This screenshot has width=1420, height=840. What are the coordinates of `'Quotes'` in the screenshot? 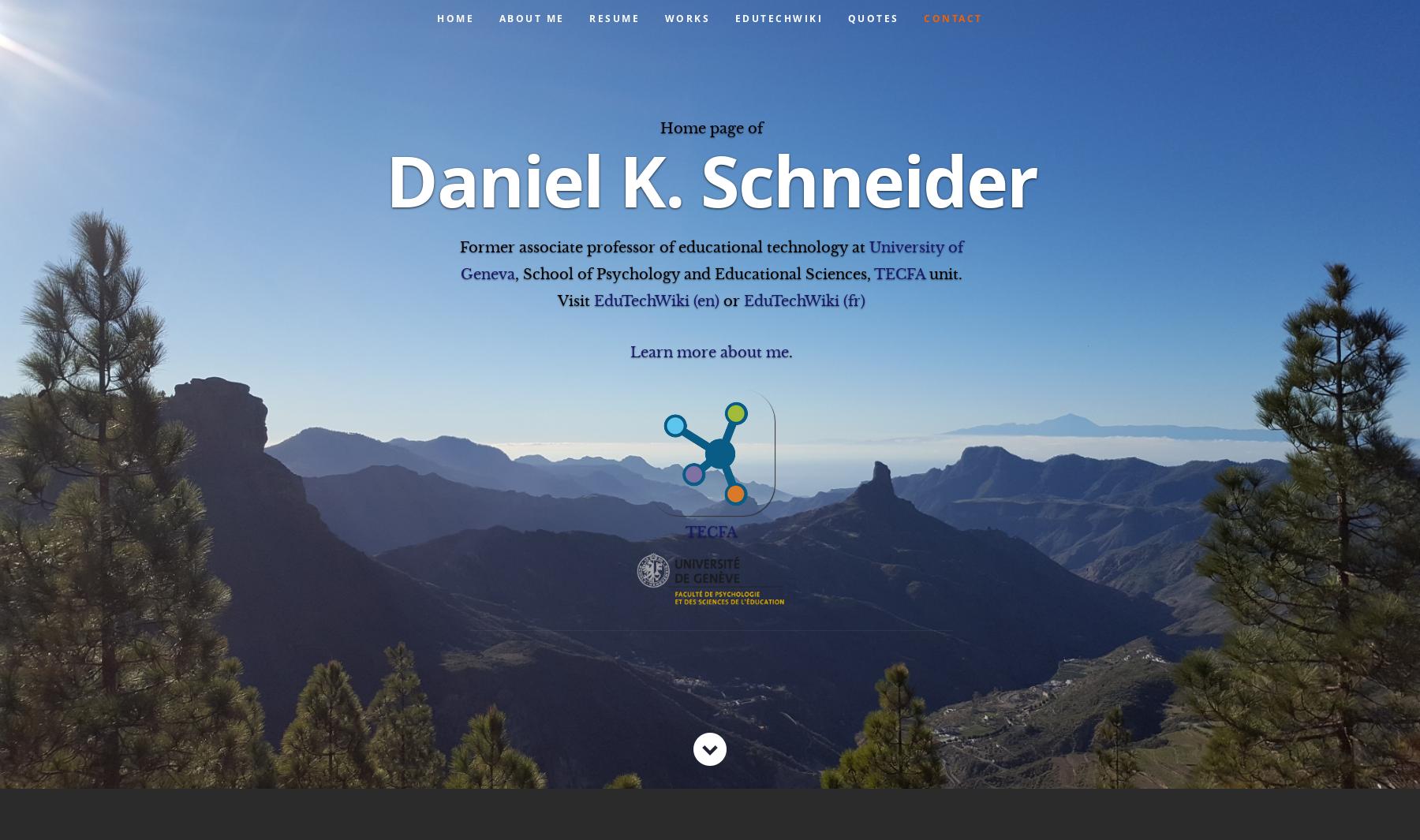 It's located at (873, 17).